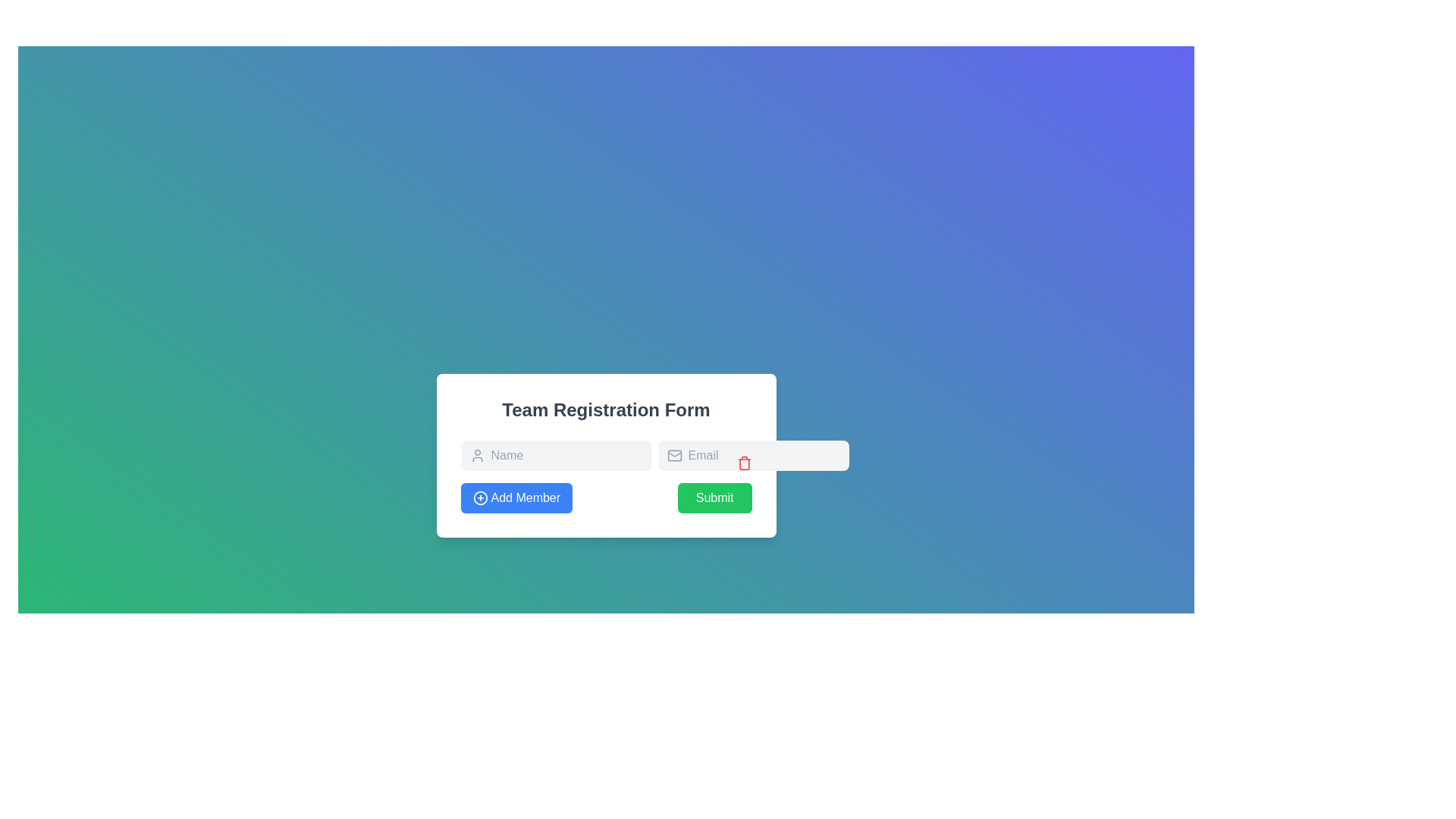  What do you see at coordinates (516, 497) in the screenshot?
I see `the button to add a new member to the team, located below the input fields of the 'Team Registration Form' and to the left of the green 'Submit' button` at bounding box center [516, 497].